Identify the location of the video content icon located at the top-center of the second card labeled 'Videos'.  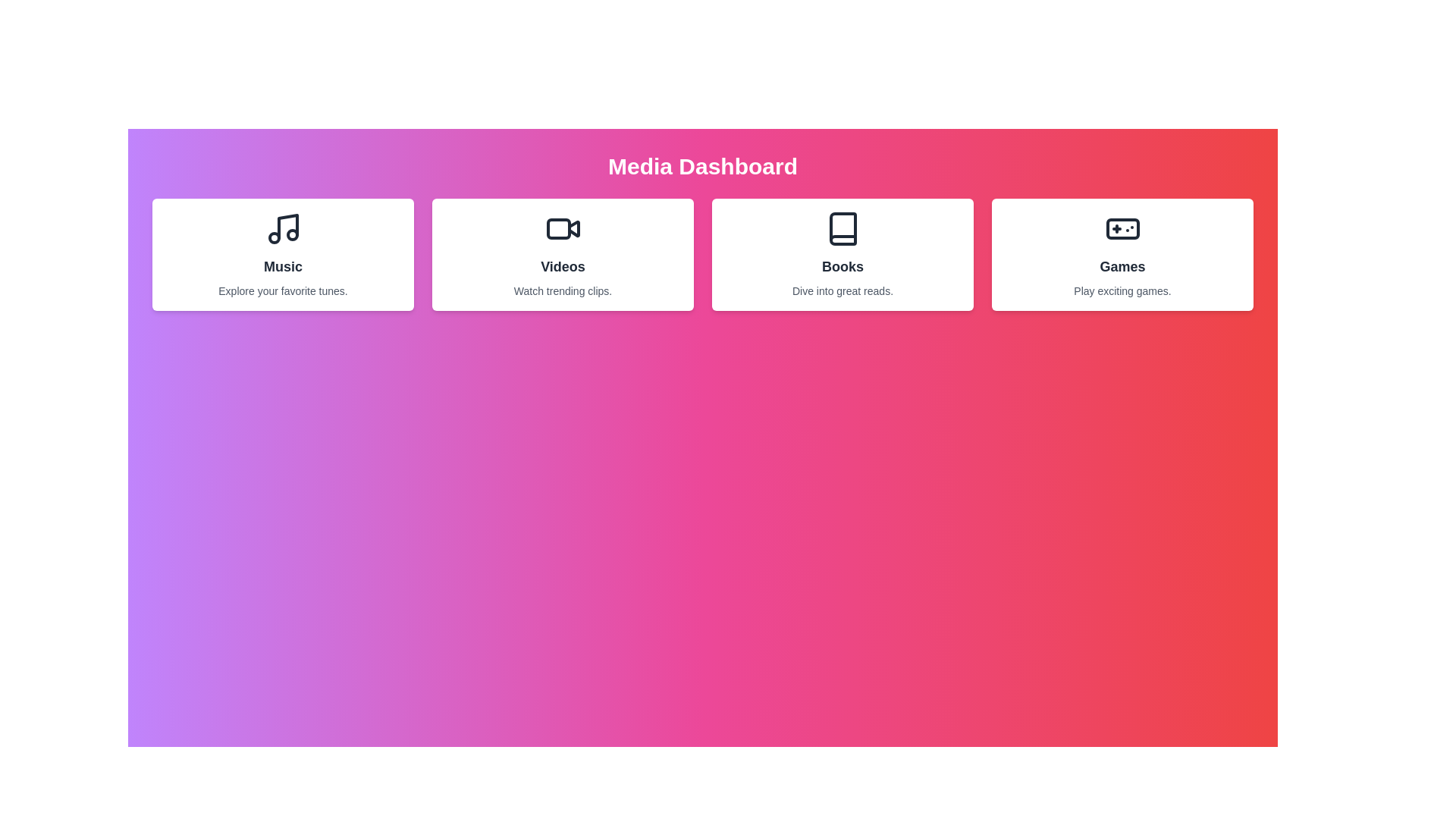
(562, 228).